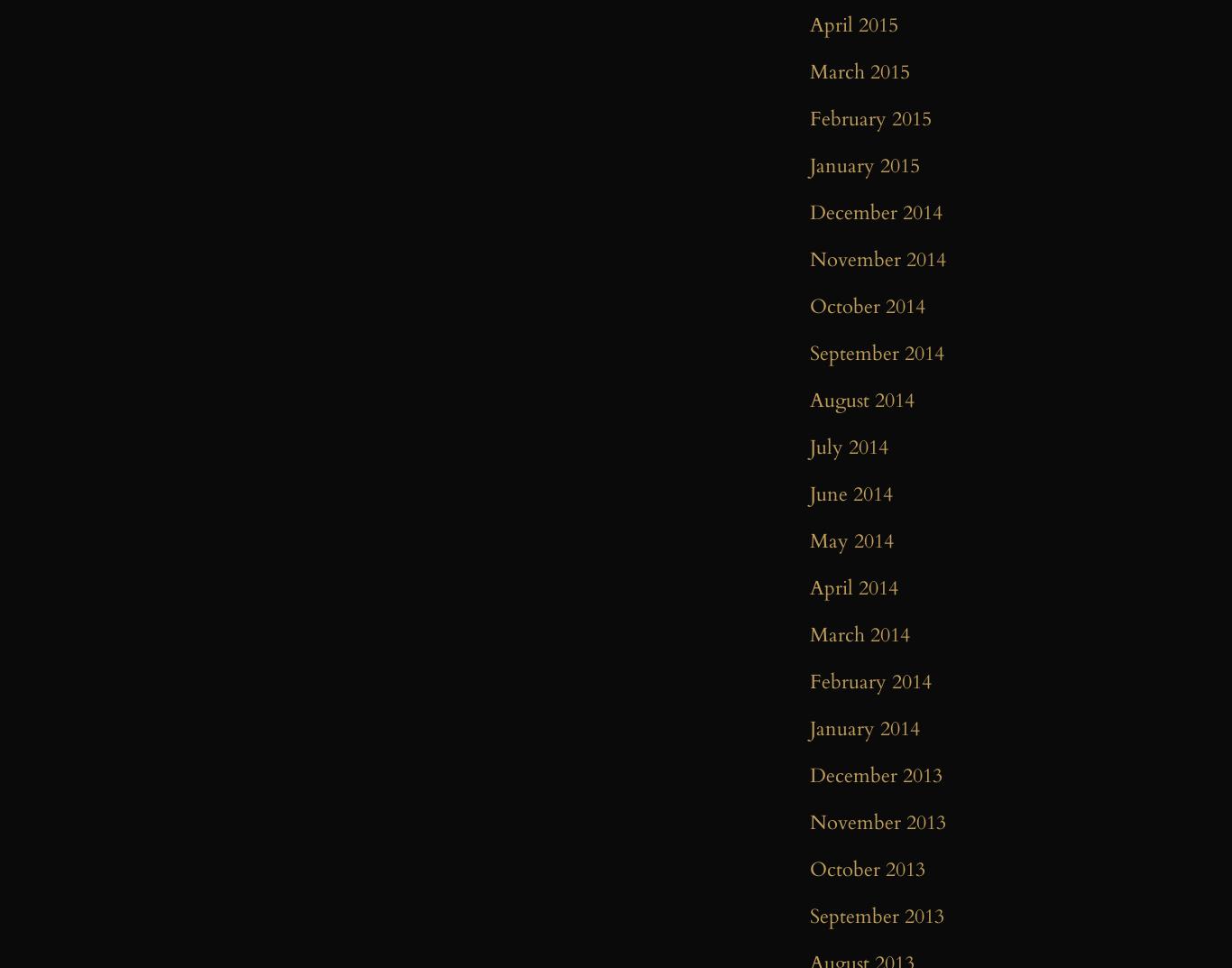  Describe the element at coordinates (878, 823) in the screenshot. I see `'November 2013'` at that location.